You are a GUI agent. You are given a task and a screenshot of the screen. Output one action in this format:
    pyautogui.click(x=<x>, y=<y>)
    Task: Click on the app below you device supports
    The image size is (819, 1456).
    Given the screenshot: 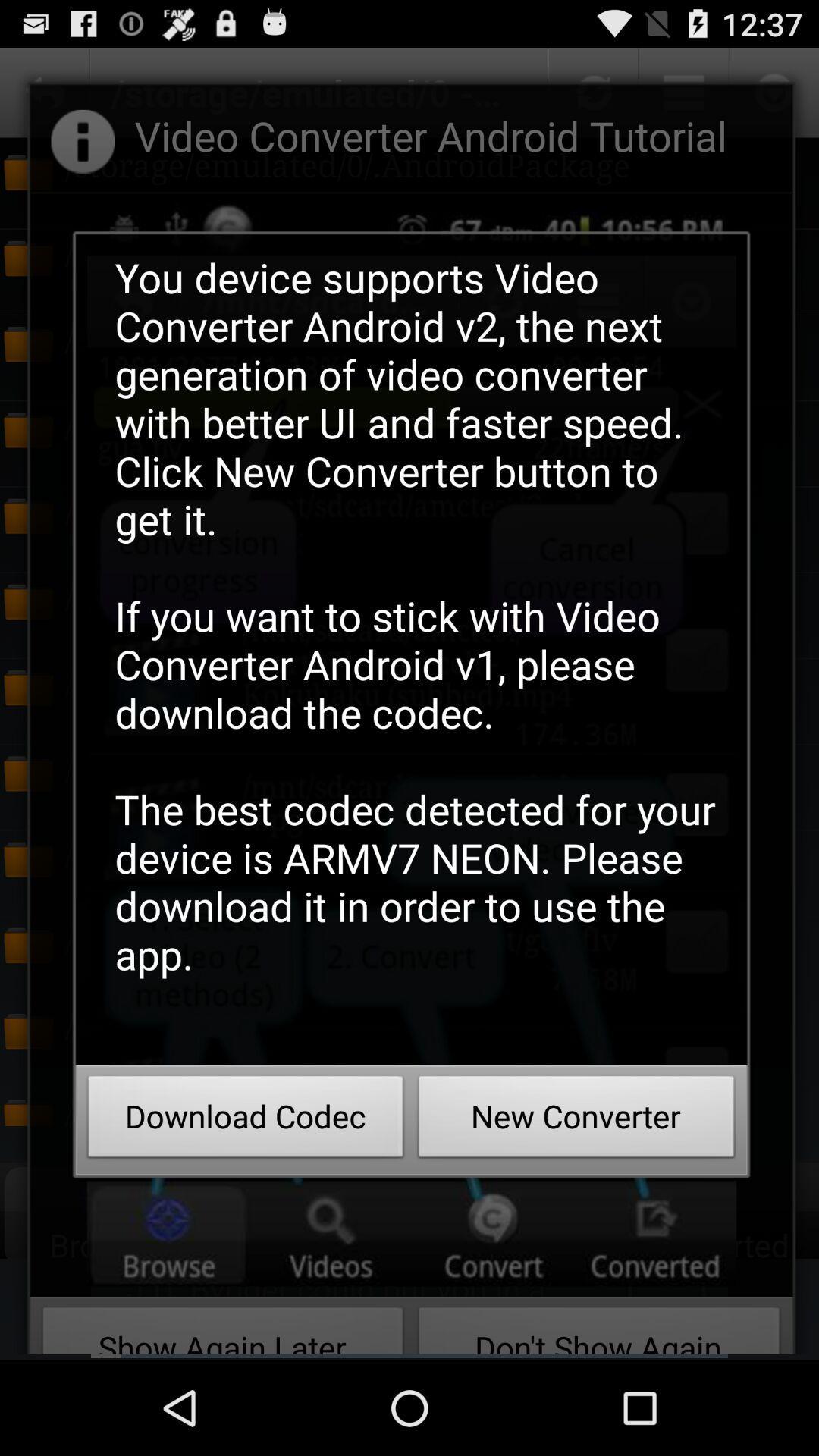 What is the action you would take?
    pyautogui.click(x=245, y=1121)
    